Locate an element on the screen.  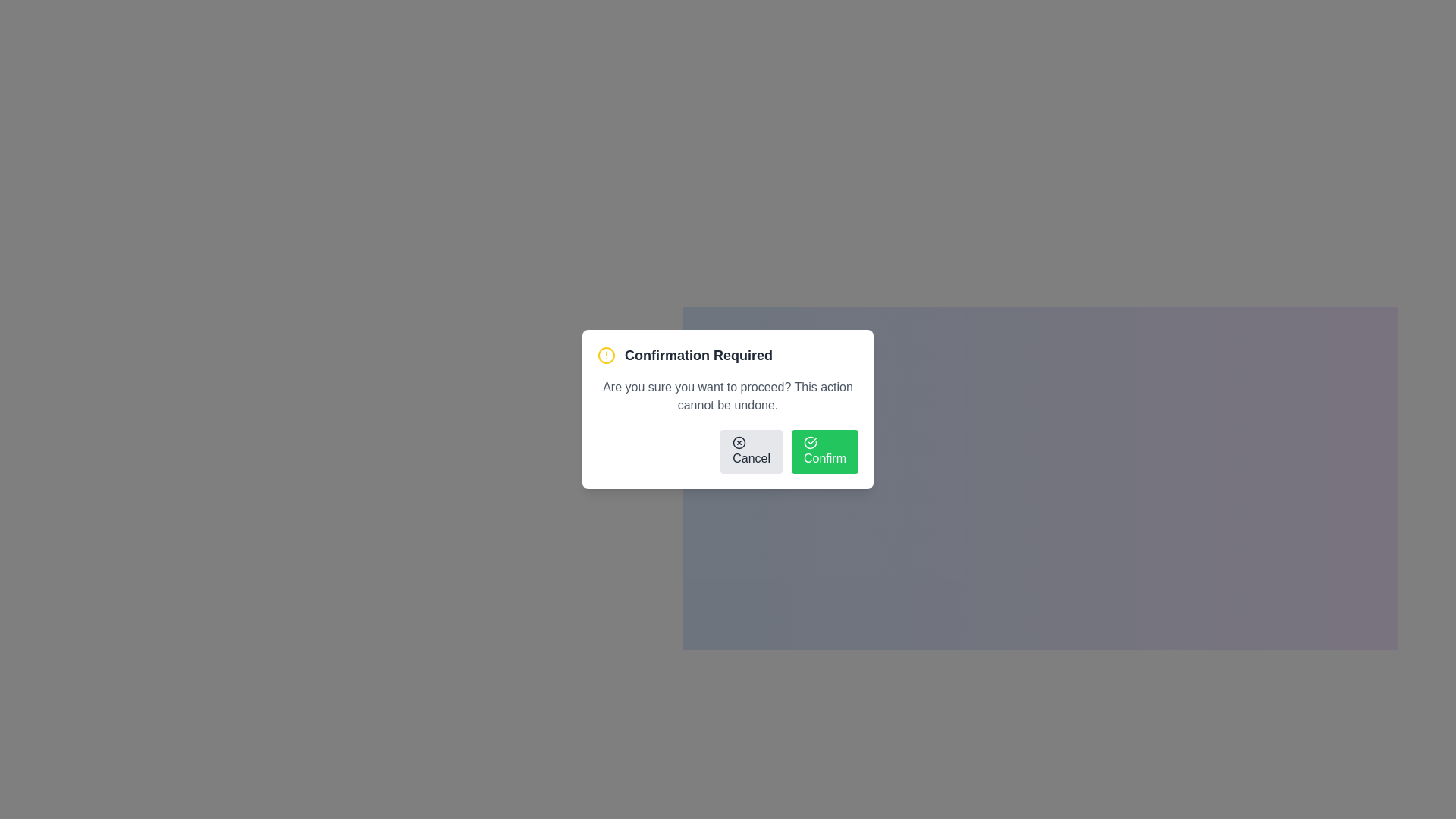
the static text heading that serves as the title for the modal dialog, located to the right of a warning icon and centered horizontally in the upper section of the dialog is located at coordinates (698, 356).